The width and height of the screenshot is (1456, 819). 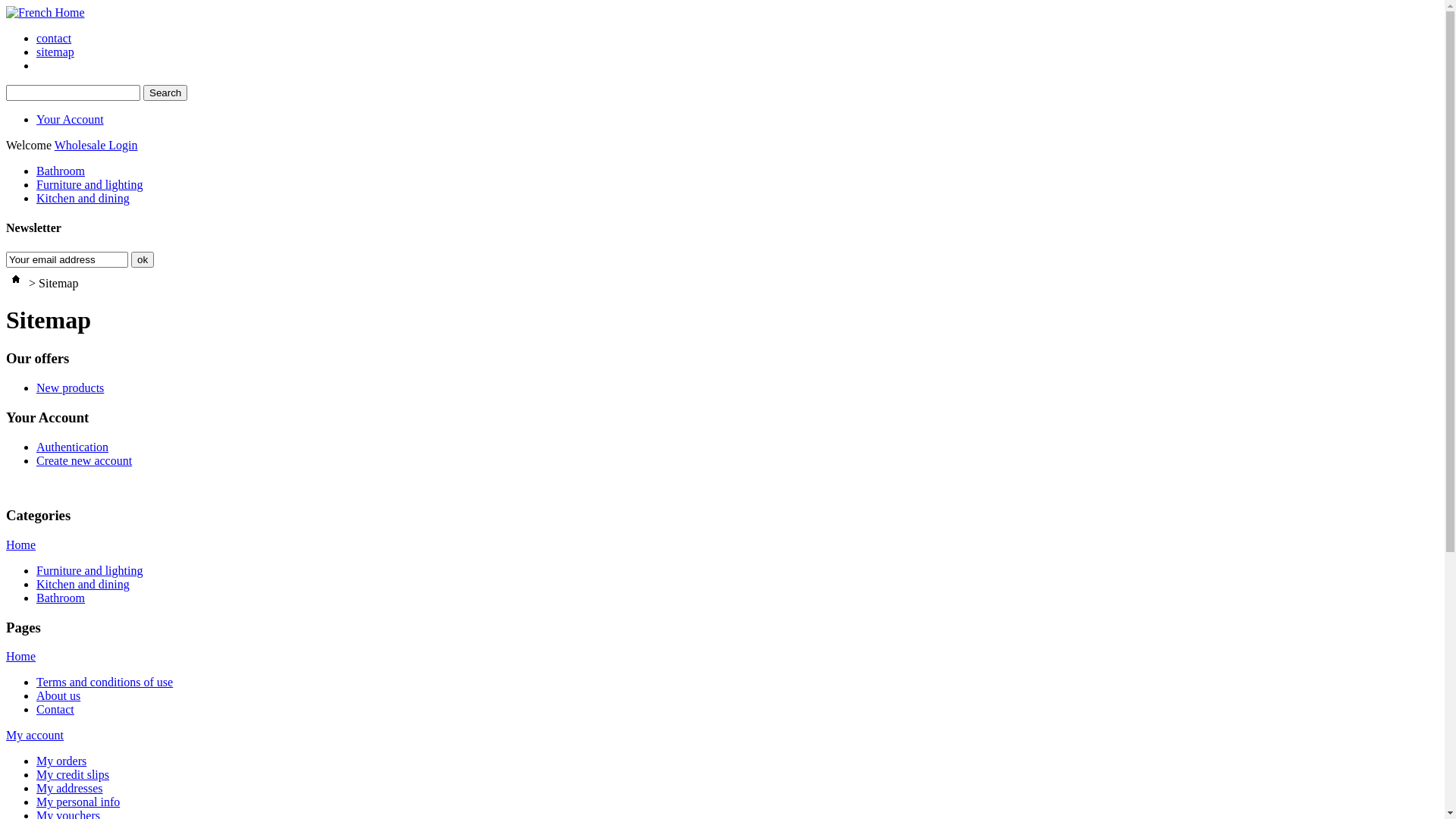 I want to click on 'Wholesale Login', so click(x=55, y=145).